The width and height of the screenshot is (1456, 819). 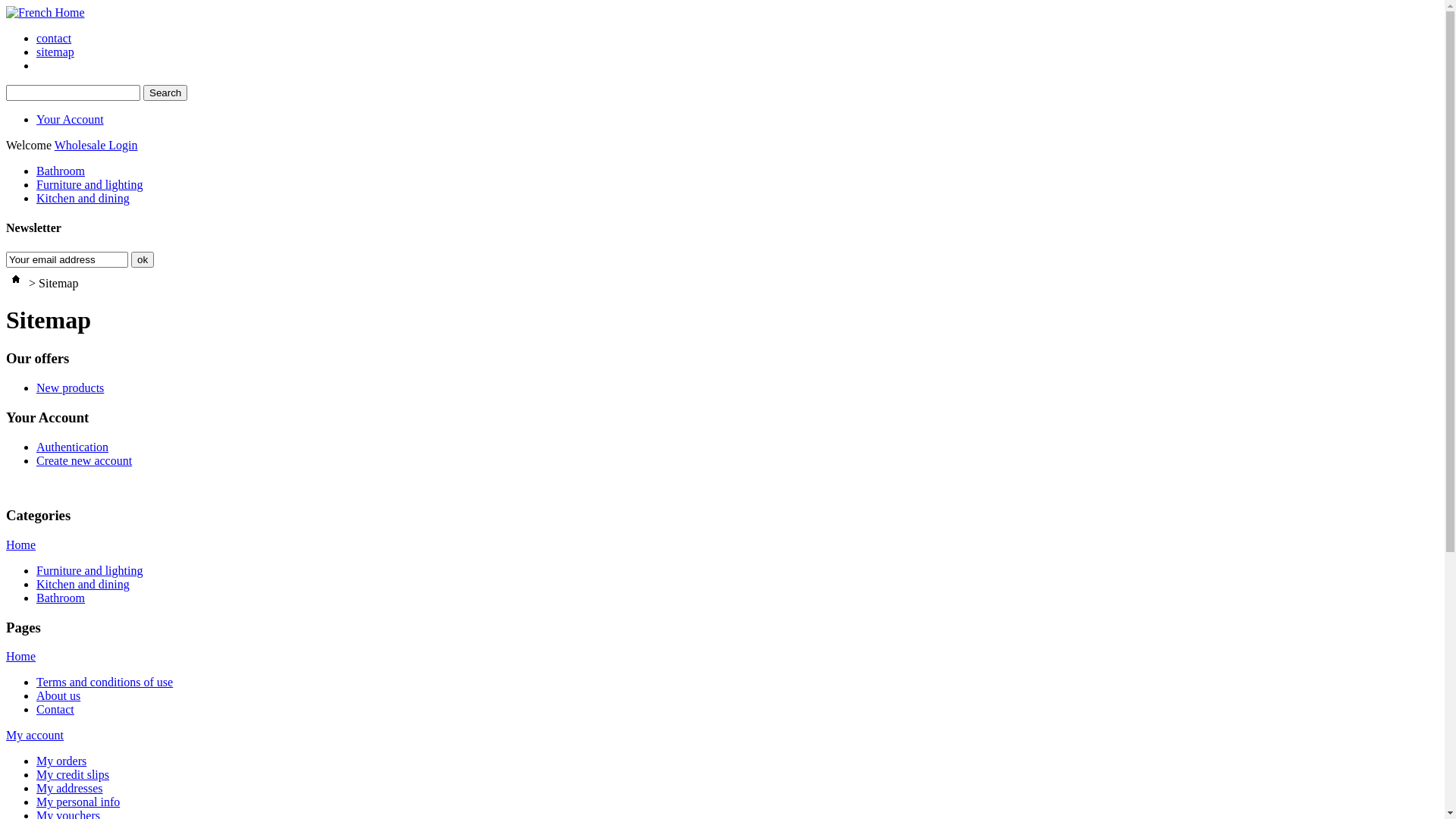 I want to click on 'Wholesale Login', so click(x=55, y=145).